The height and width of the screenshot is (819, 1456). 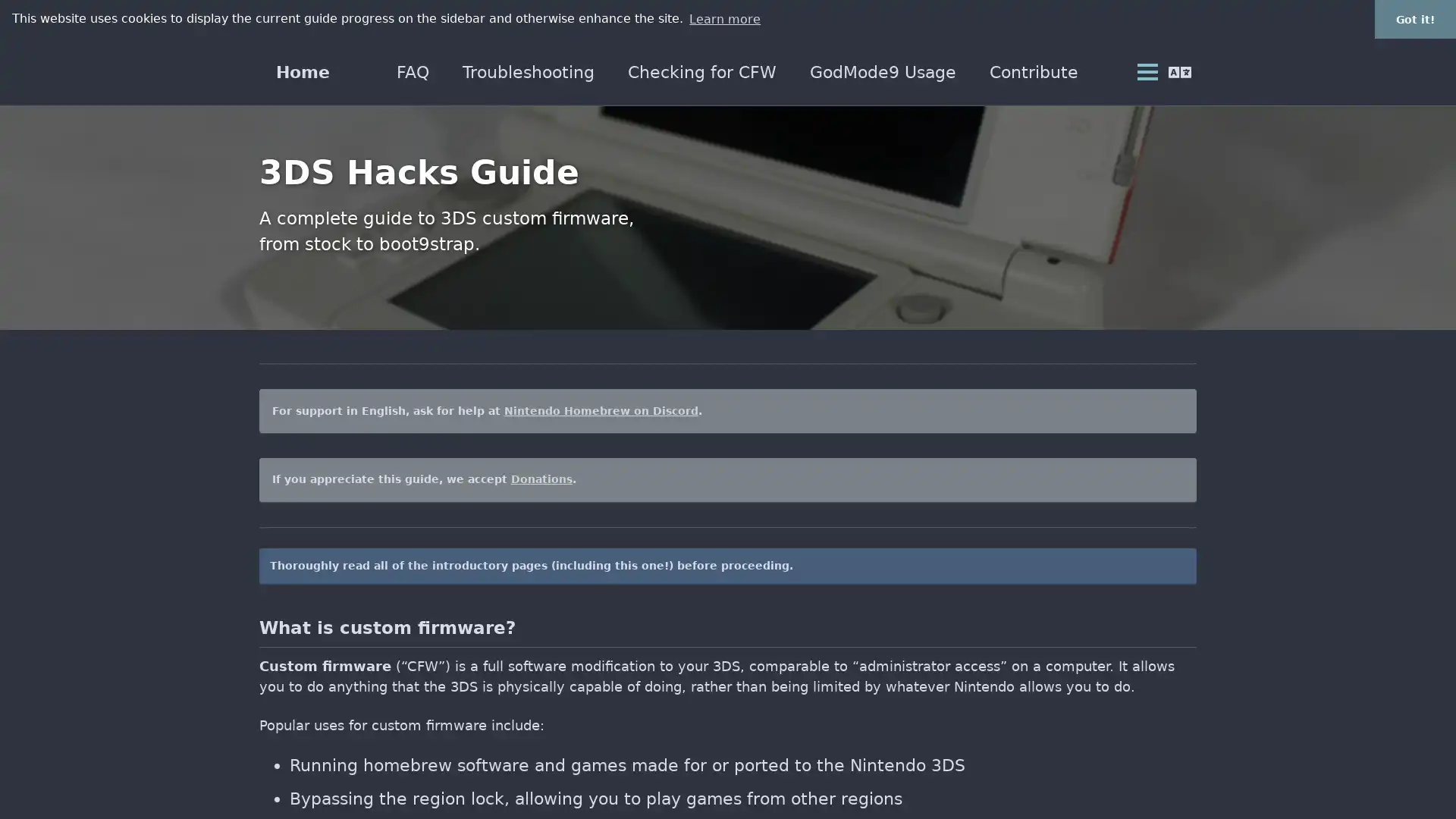 What do you see at coordinates (1145, 72) in the screenshot?
I see `Toggle Menu` at bounding box center [1145, 72].